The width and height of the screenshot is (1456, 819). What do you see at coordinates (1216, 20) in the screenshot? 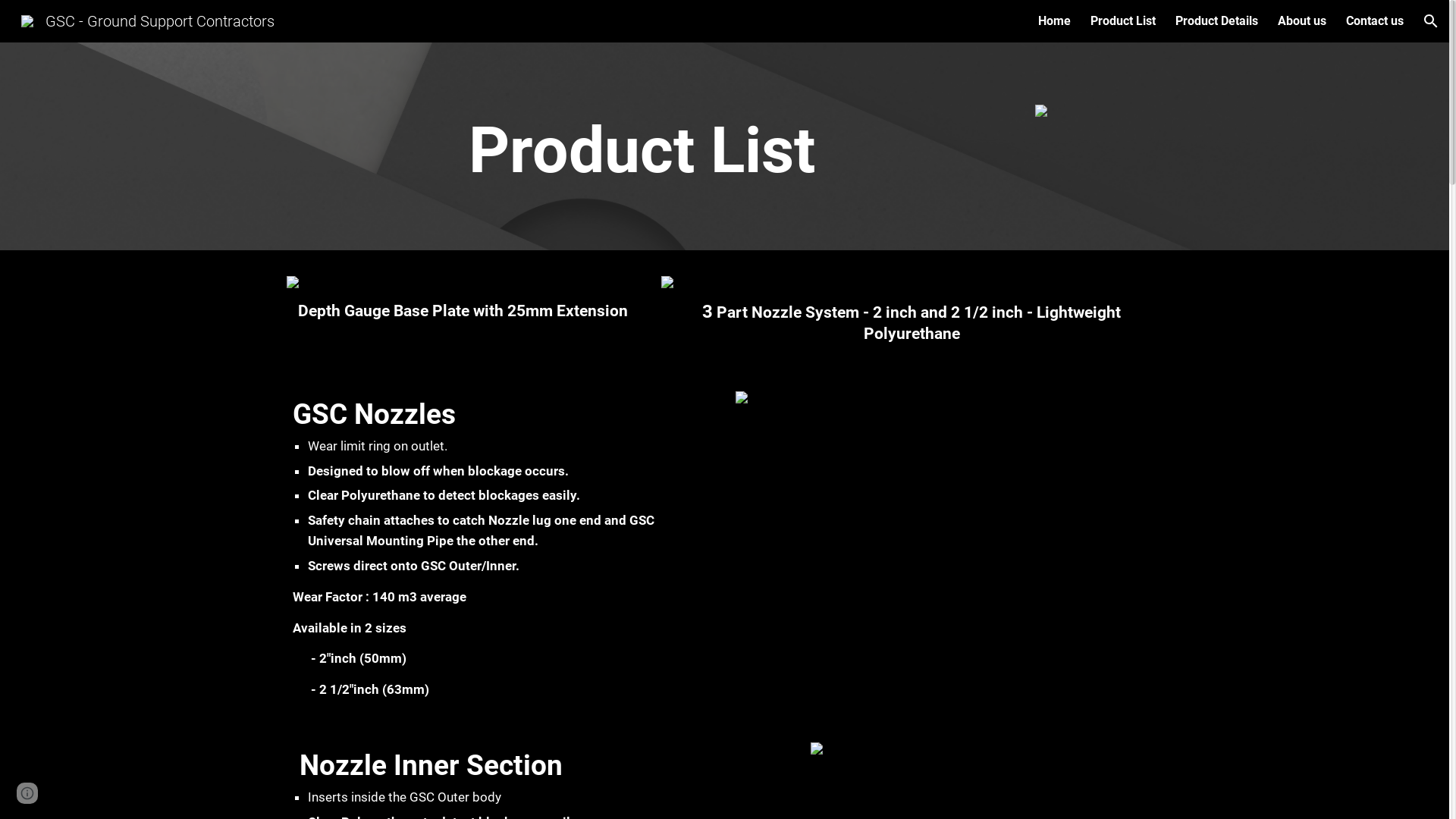
I see `'Product Details'` at bounding box center [1216, 20].